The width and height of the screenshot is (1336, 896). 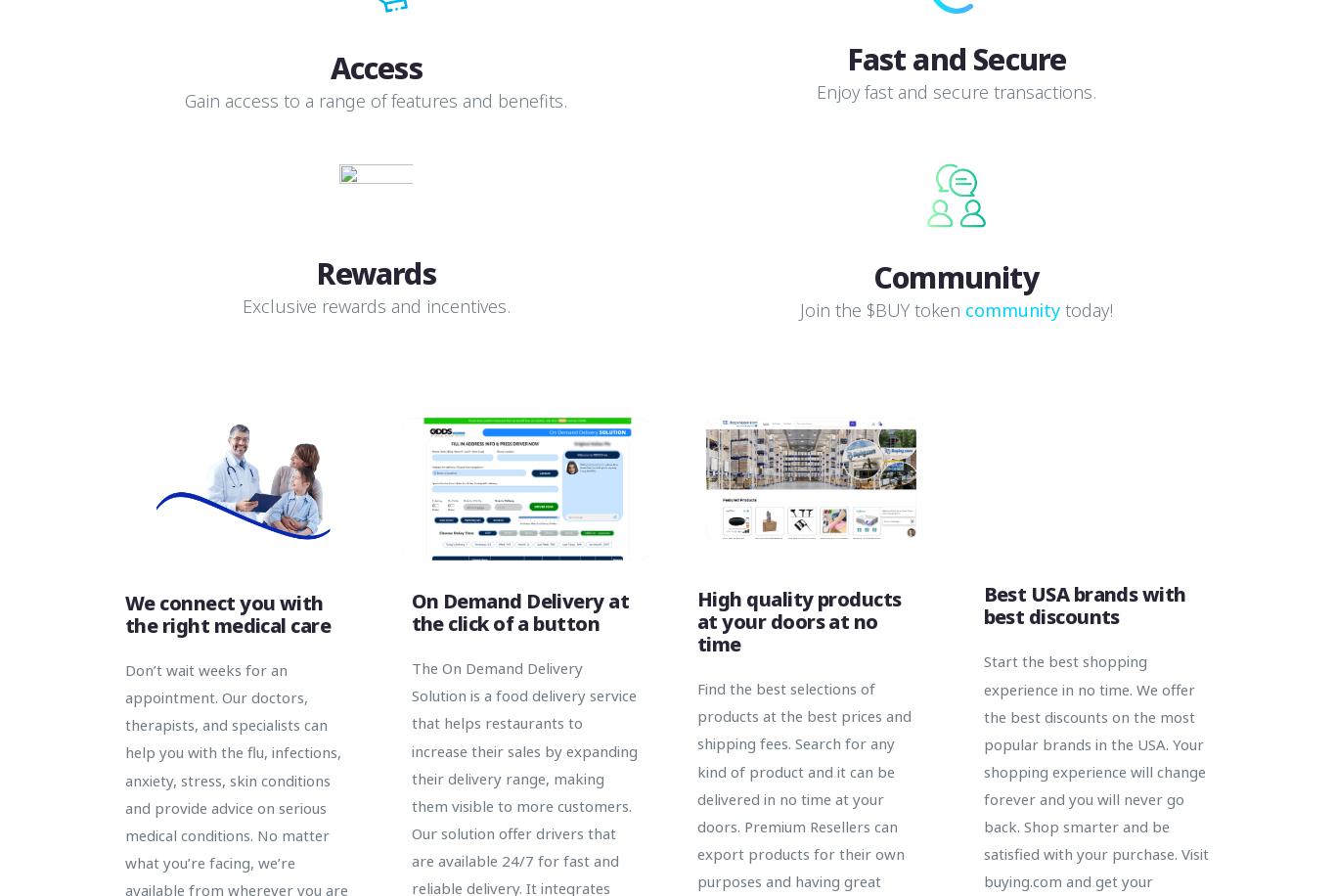 What do you see at coordinates (1010, 309) in the screenshot?
I see `'community'` at bounding box center [1010, 309].